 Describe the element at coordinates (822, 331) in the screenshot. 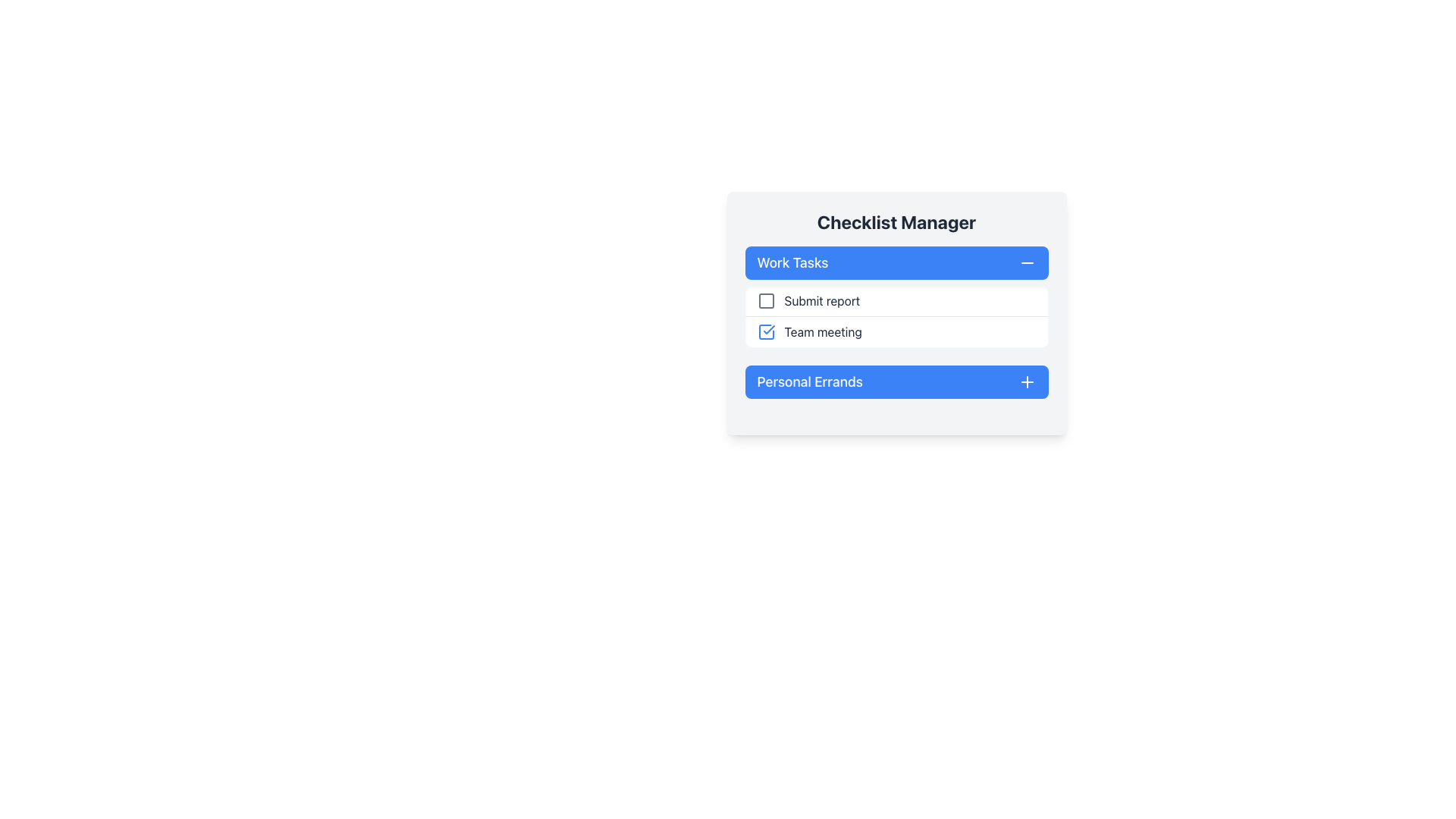

I see `text label that describes the task in the checklist under the 'Work Tasks' section, located to the right of the blue checkmark icon` at that location.